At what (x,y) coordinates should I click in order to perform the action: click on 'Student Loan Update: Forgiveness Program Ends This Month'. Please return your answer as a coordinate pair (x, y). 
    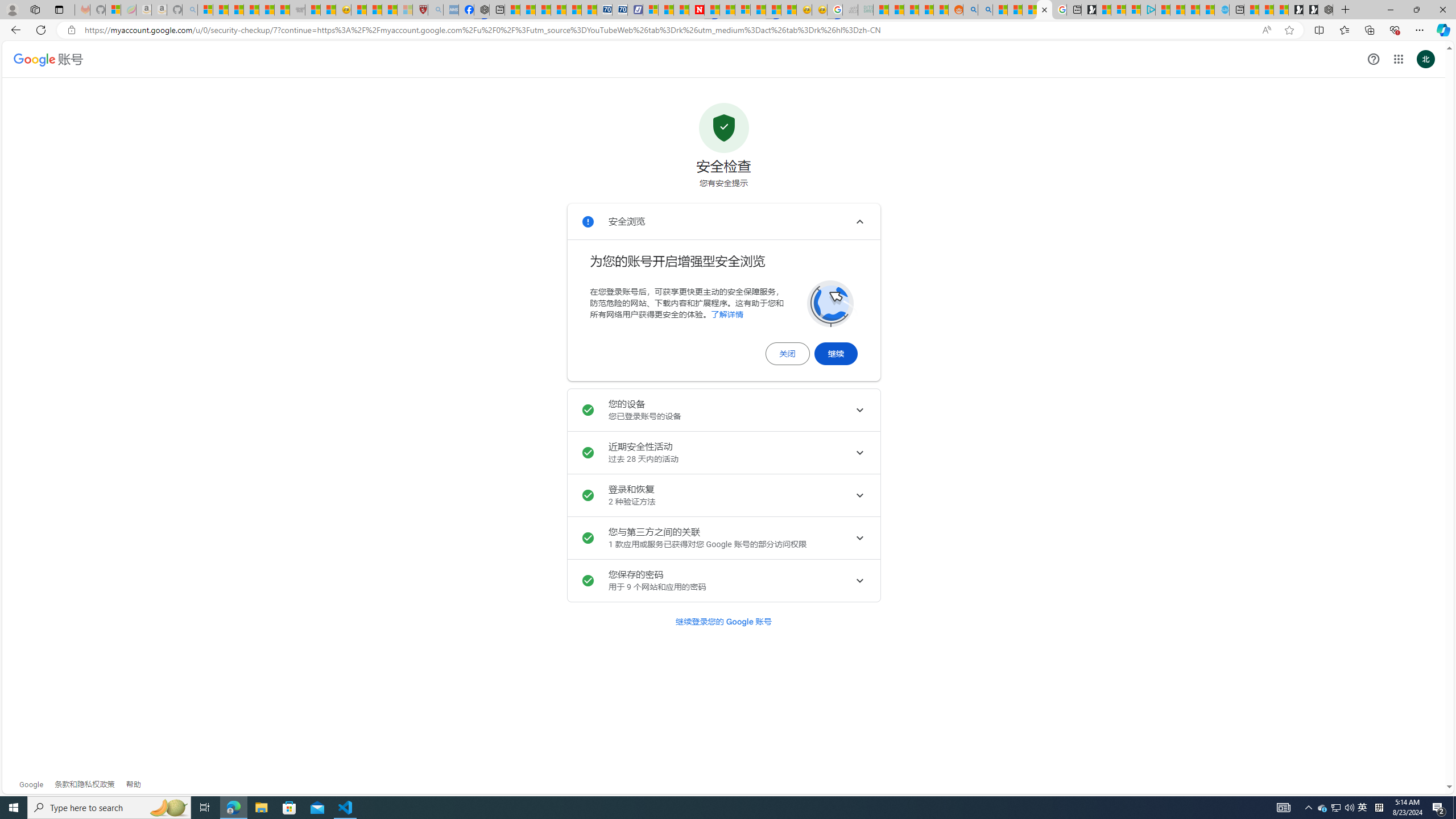
    Looking at the image, I should click on (926, 9).